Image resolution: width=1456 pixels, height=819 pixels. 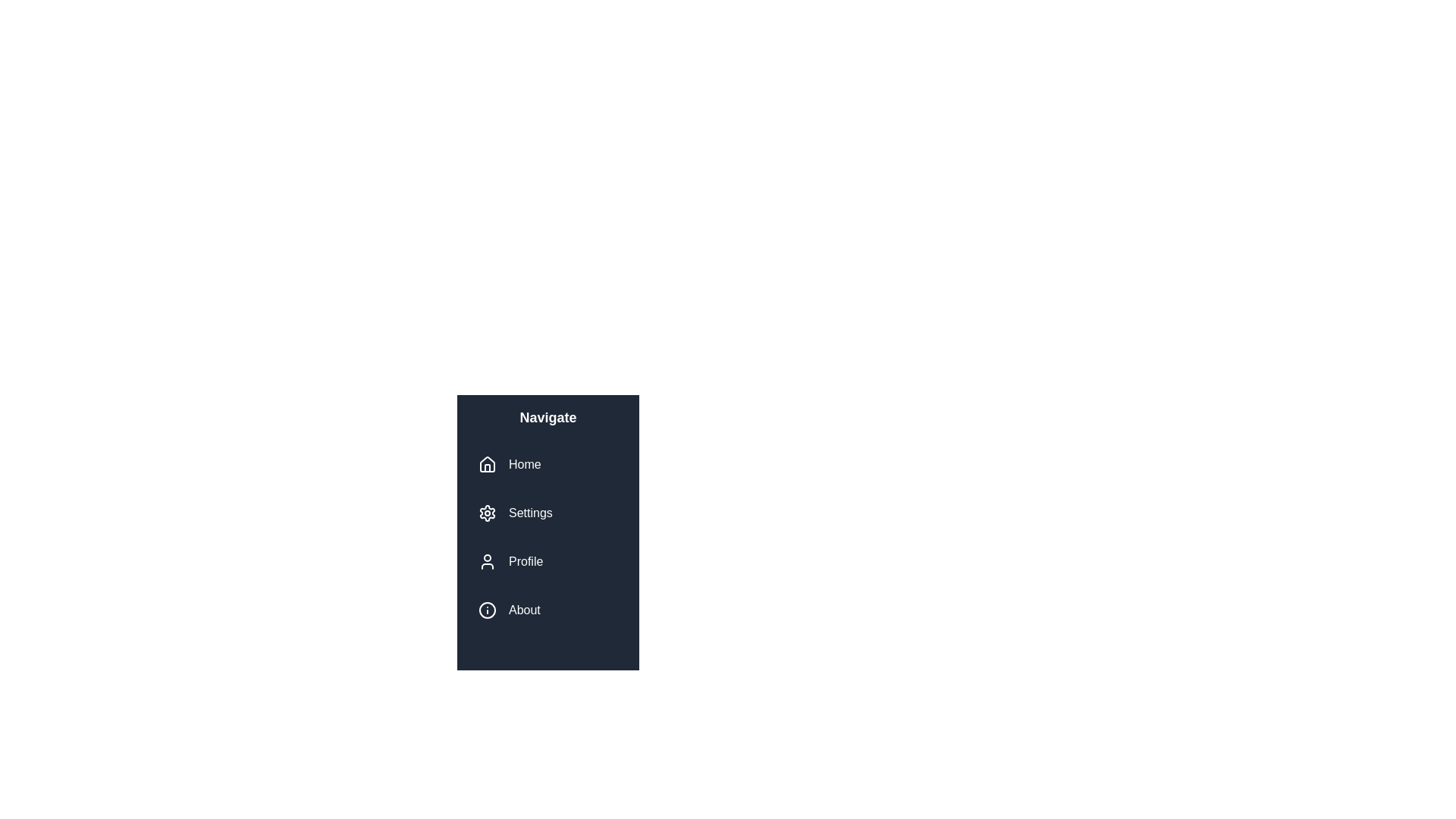 I want to click on the circular information icon located in the navigation menu, which is styled with a white stroke on a dark background and positioned slightly to the left of the 'About' text label, so click(x=488, y=610).